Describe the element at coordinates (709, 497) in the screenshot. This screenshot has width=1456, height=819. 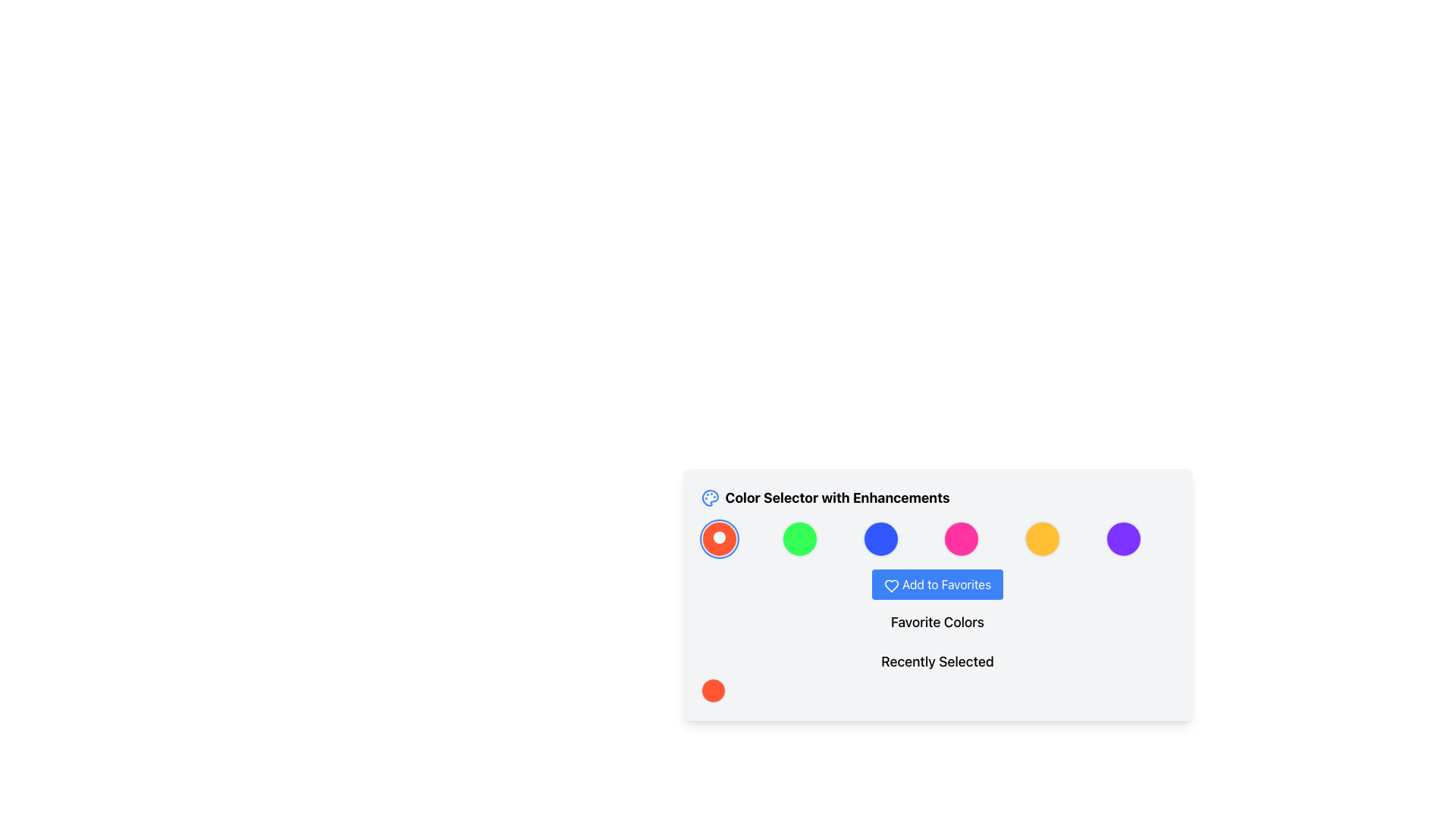
I see `the graphic icon representing a painter's palette, which symbolizes color selection functionality, located on the left side of the 'Color Selector with Enhancements' widget` at that location.